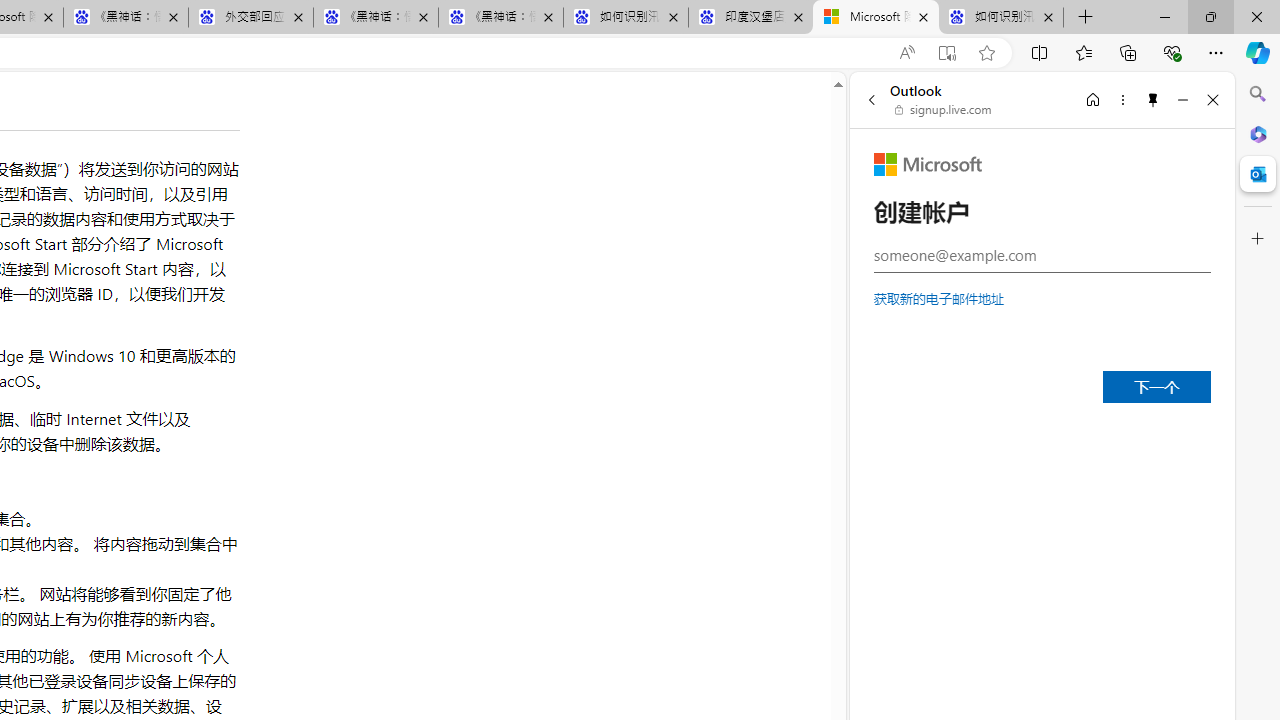 This screenshot has height=720, width=1280. What do you see at coordinates (1153, 99) in the screenshot?
I see `'Unpin side pane'` at bounding box center [1153, 99].